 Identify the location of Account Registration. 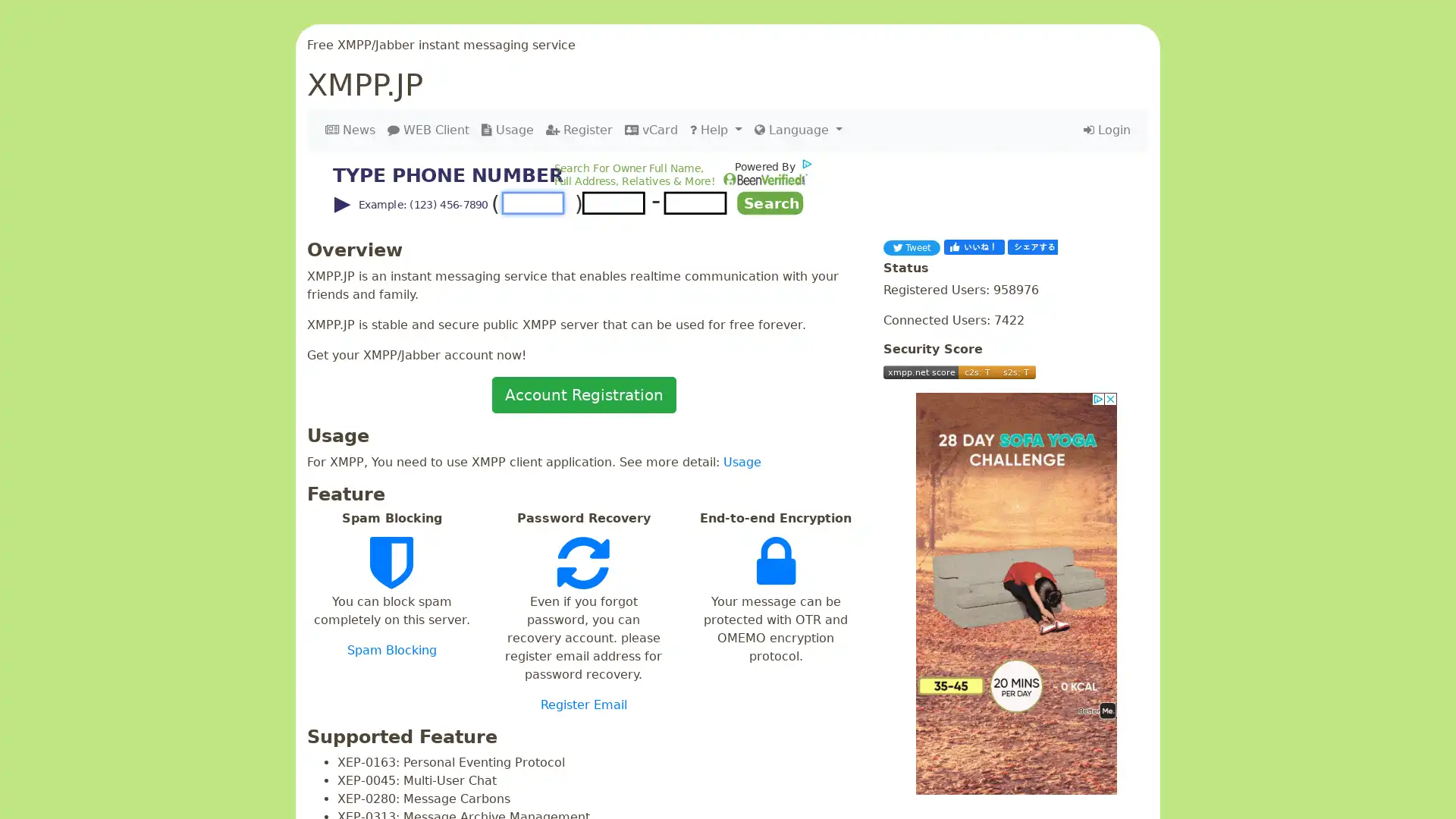
(582, 394).